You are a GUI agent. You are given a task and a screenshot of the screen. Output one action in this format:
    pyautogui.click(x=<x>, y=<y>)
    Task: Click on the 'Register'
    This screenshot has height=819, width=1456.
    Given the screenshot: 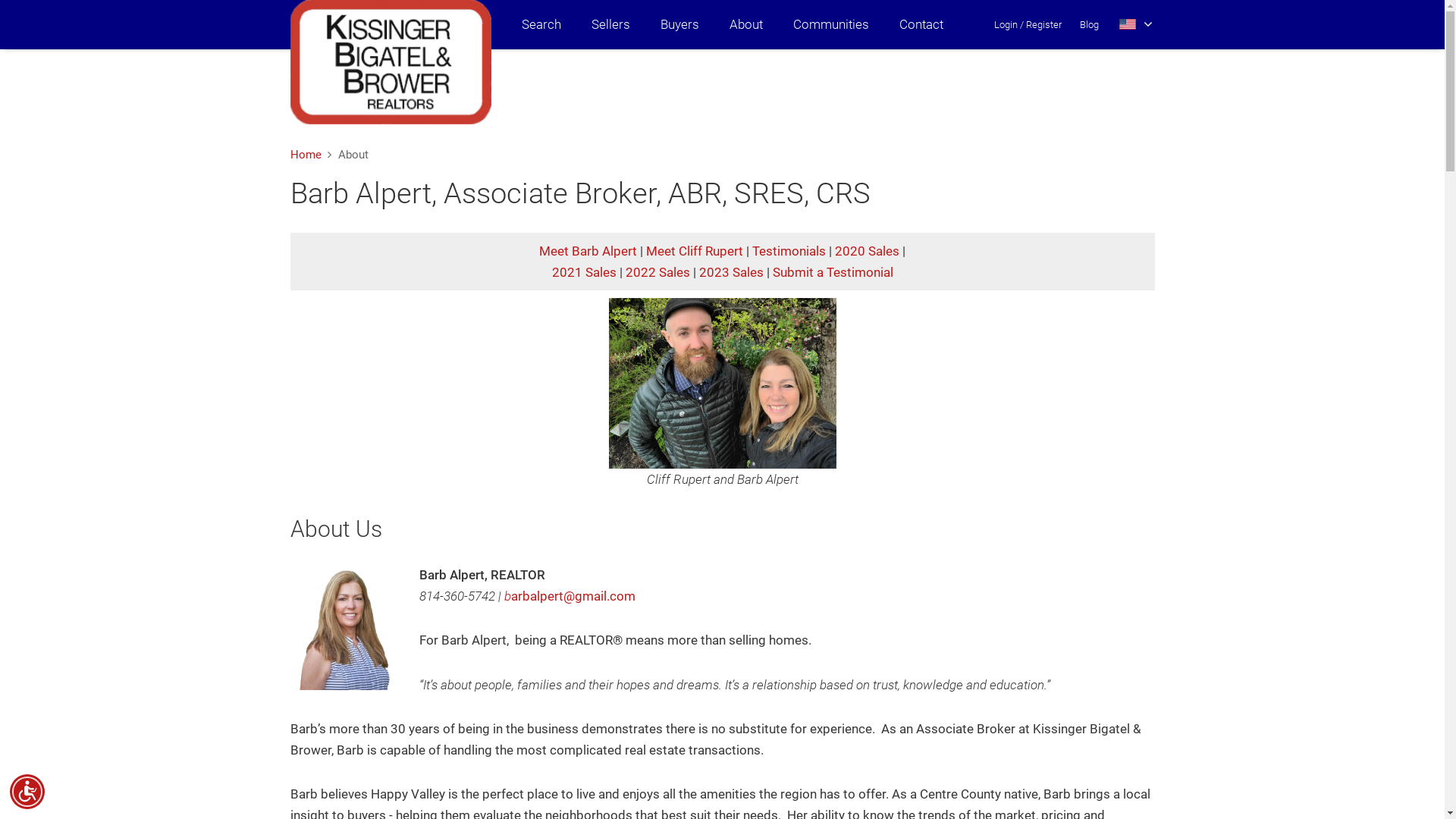 What is the action you would take?
    pyautogui.click(x=1042, y=24)
    